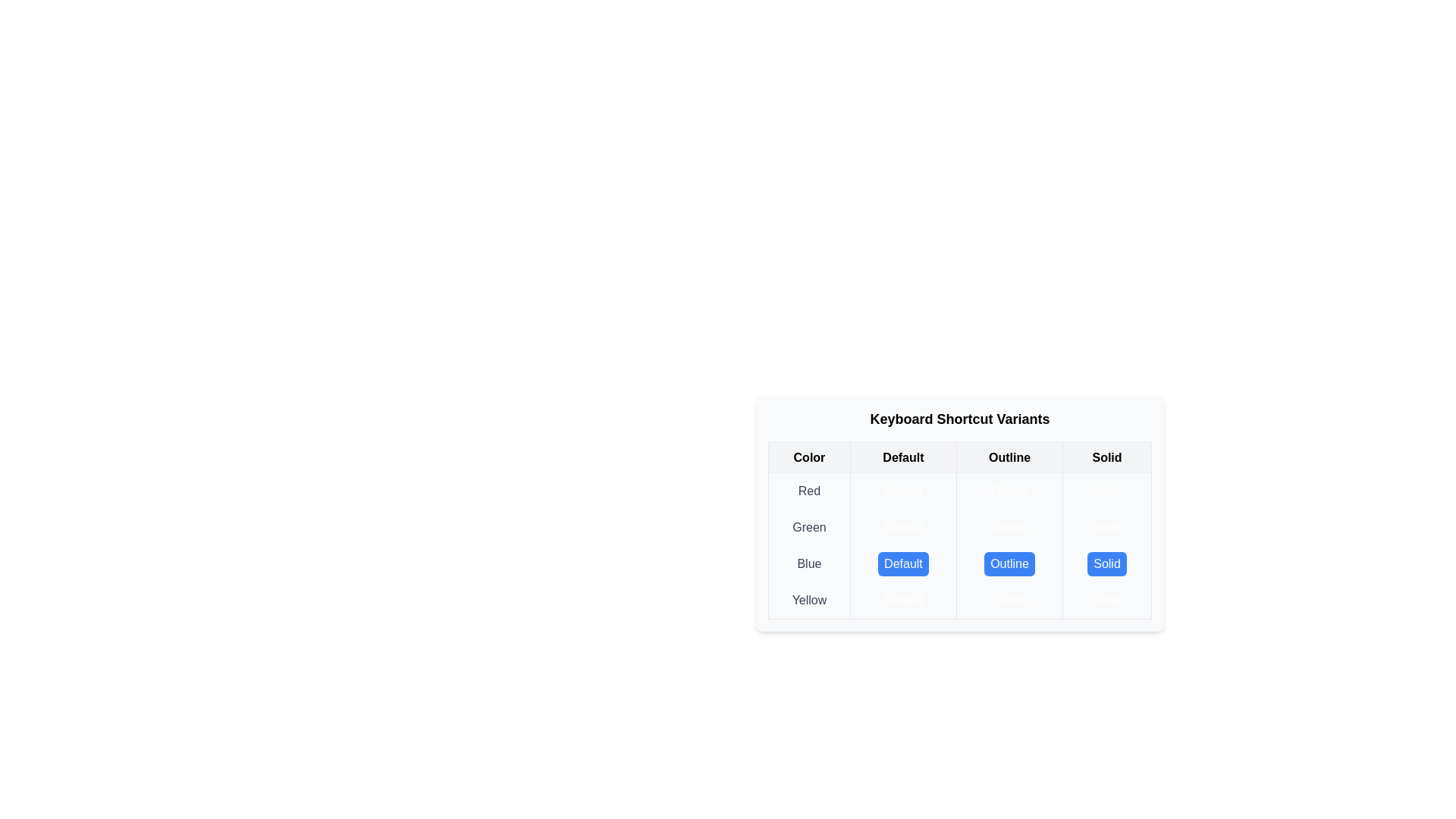 The image size is (1456, 819). Describe the element at coordinates (1106, 564) in the screenshot. I see `the button representing 'Solid' in the 'Blue' row located at the bottom-right section of the table` at that location.